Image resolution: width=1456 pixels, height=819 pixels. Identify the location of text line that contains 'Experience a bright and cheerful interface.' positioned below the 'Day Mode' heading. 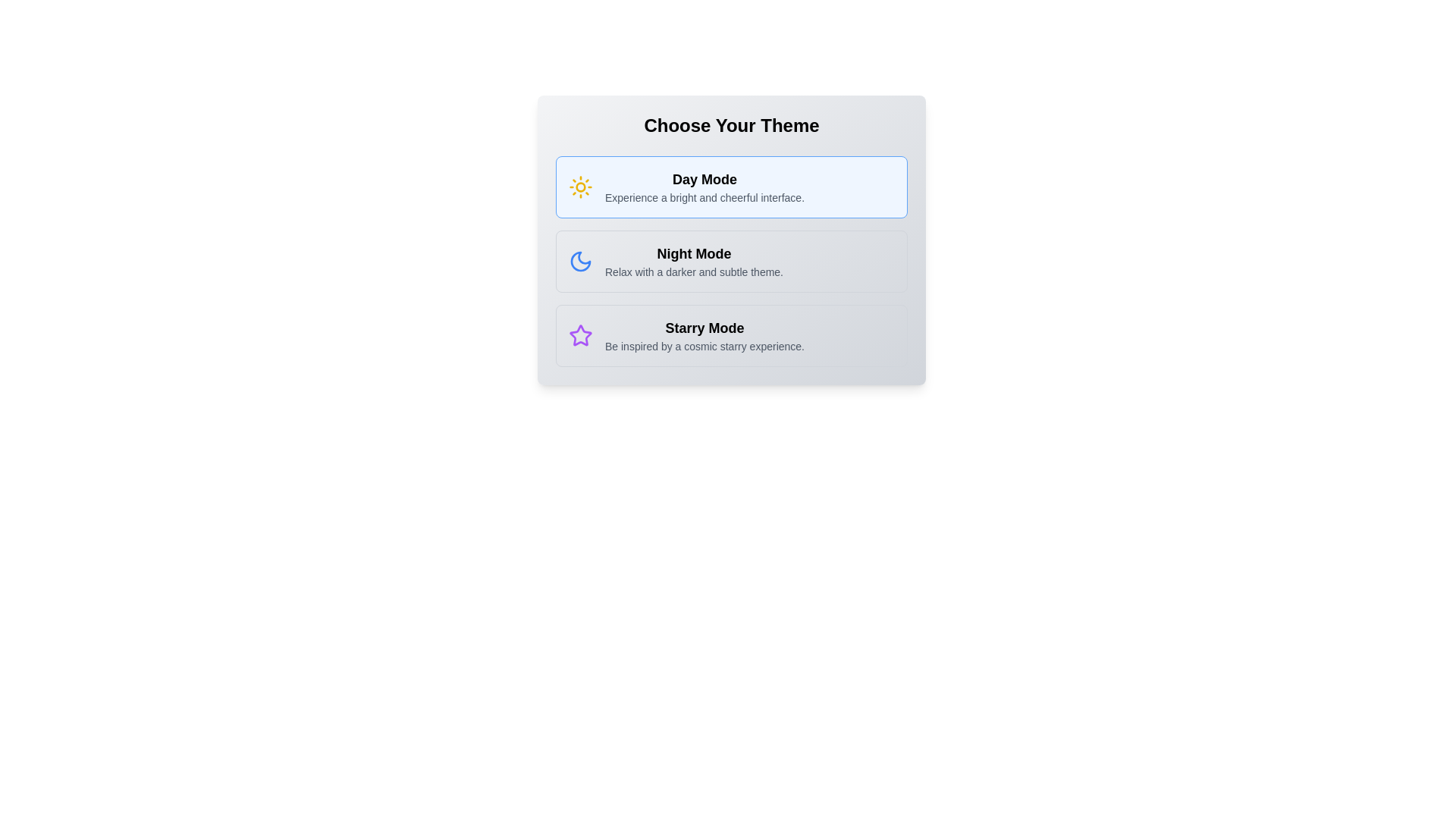
(704, 197).